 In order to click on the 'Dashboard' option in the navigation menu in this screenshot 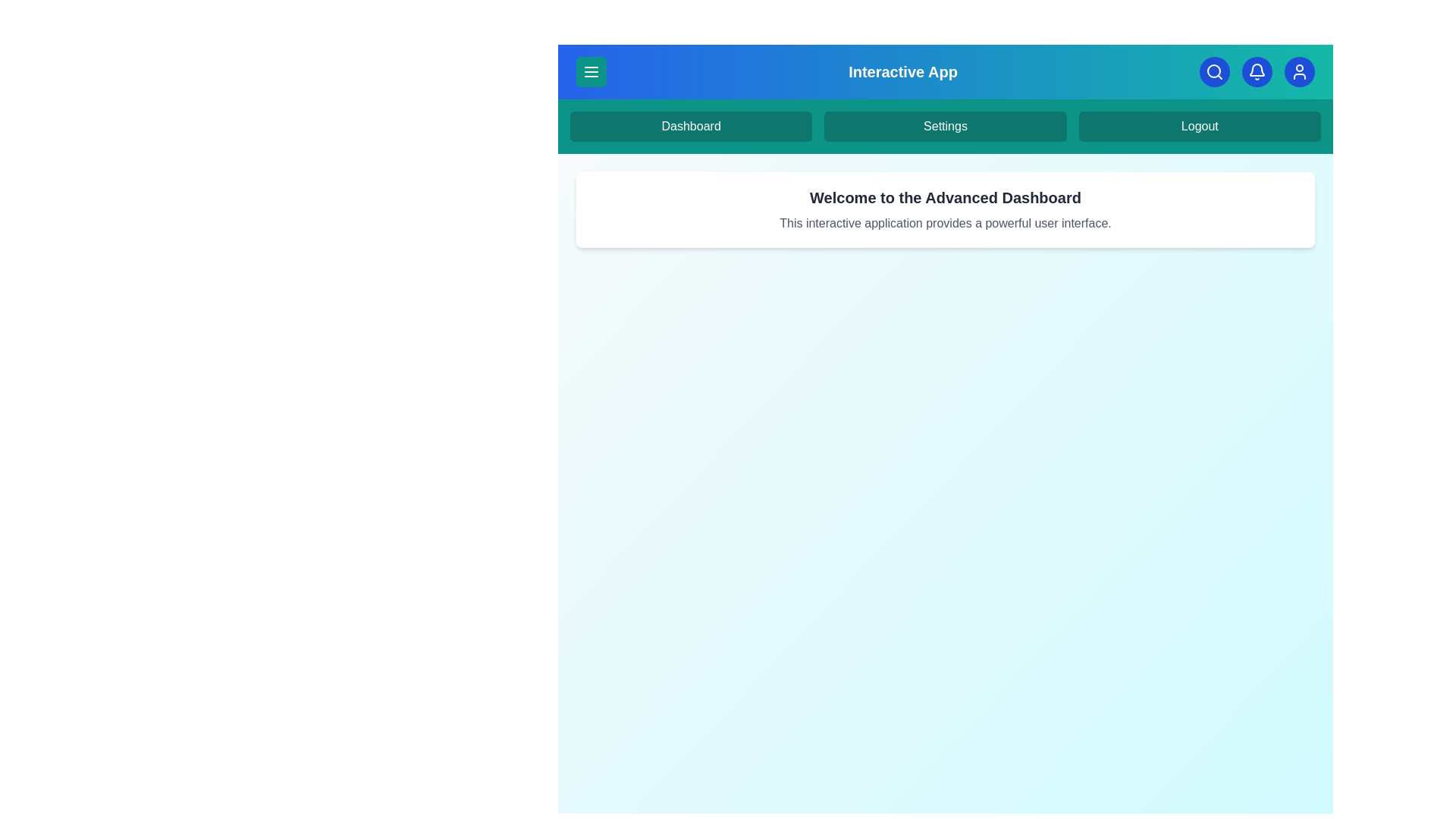, I will do `click(690, 125)`.